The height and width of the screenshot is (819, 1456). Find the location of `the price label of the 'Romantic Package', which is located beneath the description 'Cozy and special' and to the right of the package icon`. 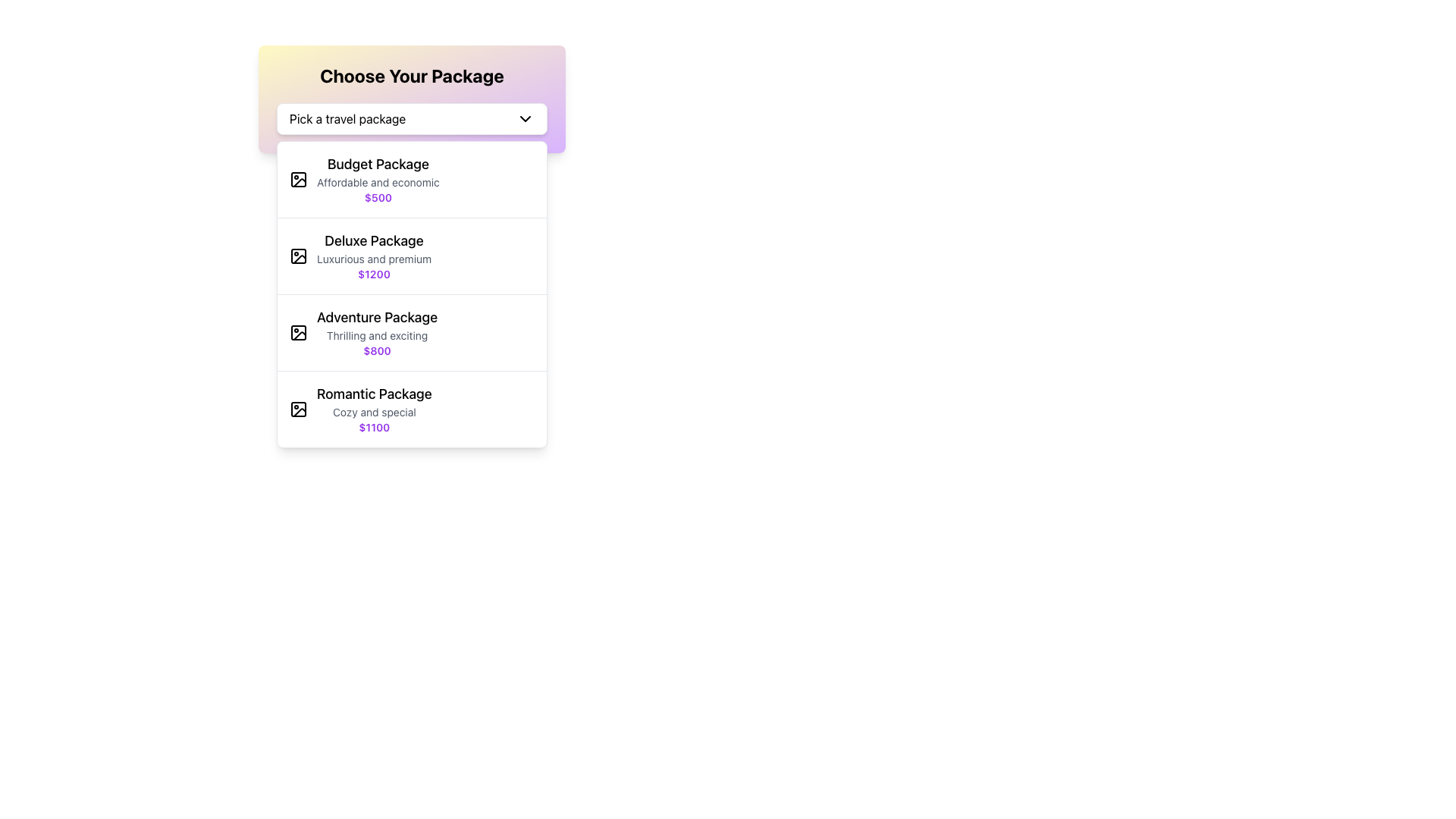

the price label of the 'Romantic Package', which is located beneath the description 'Cozy and special' and to the right of the package icon is located at coordinates (374, 427).